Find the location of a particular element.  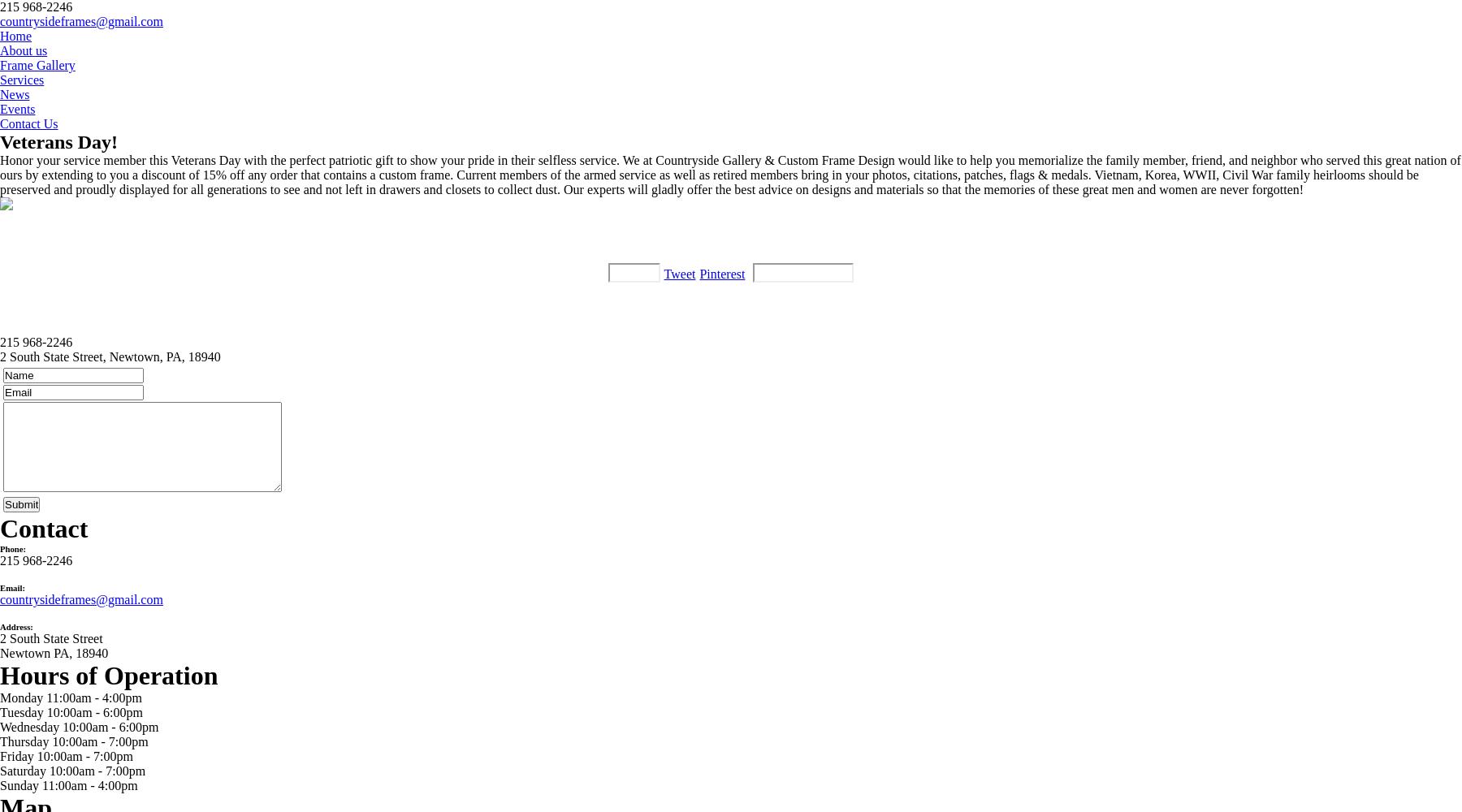

'Sunday 11:00am - 4:00pm' is located at coordinates (67, 784).